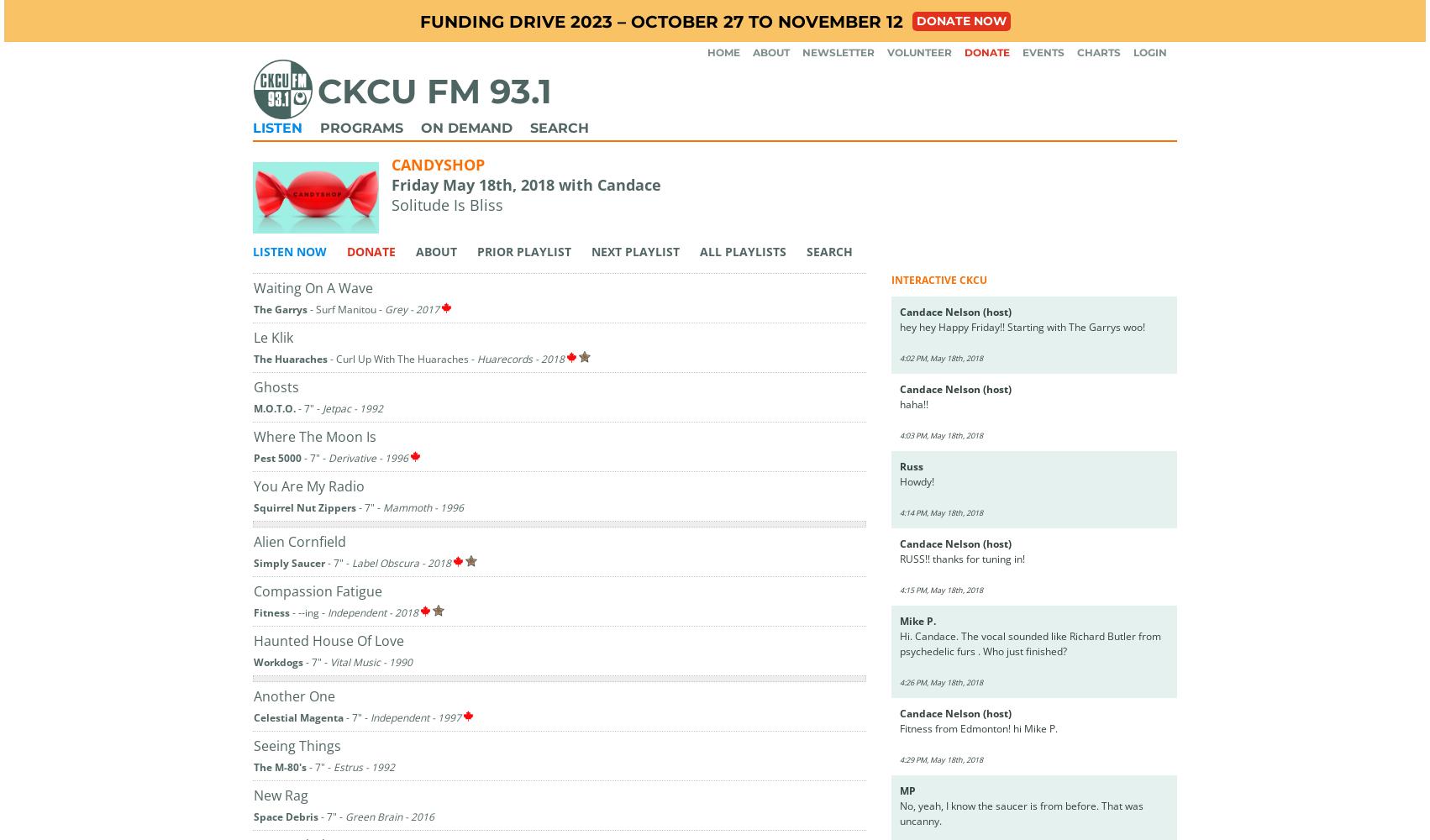 The width and height of the screenshot is (1430, 840). What do you see at coordinates (437, 163) in the screenshot?
I see `'Candyshop'` at bounding box center [437, 163].